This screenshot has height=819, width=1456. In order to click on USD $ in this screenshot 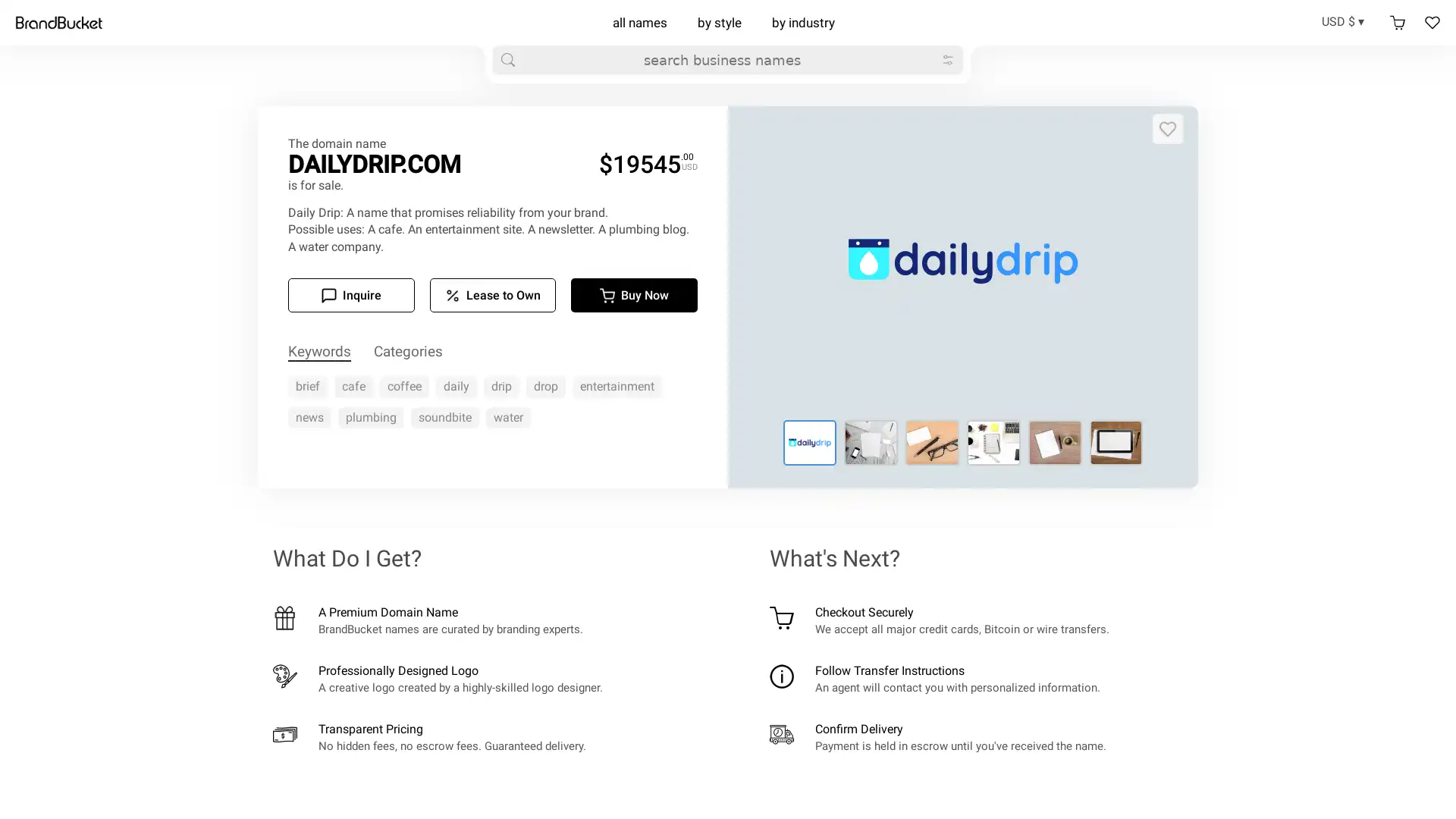, I will do `click(1348, 20)`.